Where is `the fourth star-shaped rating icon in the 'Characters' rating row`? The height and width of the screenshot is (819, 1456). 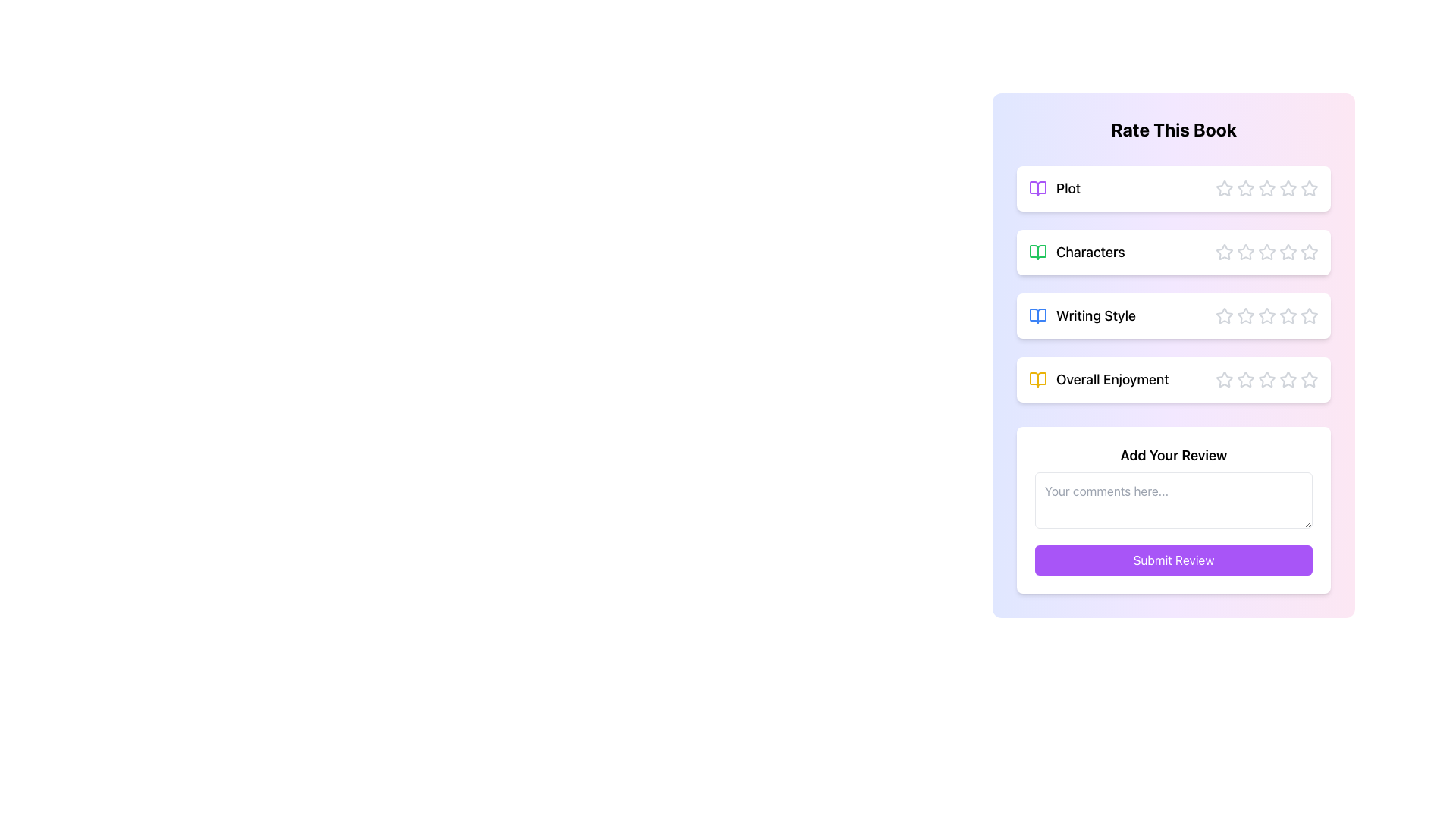 the fourth star-shaped rating icon in the 'Characters' rating row is located at coordinates (1287, 250).